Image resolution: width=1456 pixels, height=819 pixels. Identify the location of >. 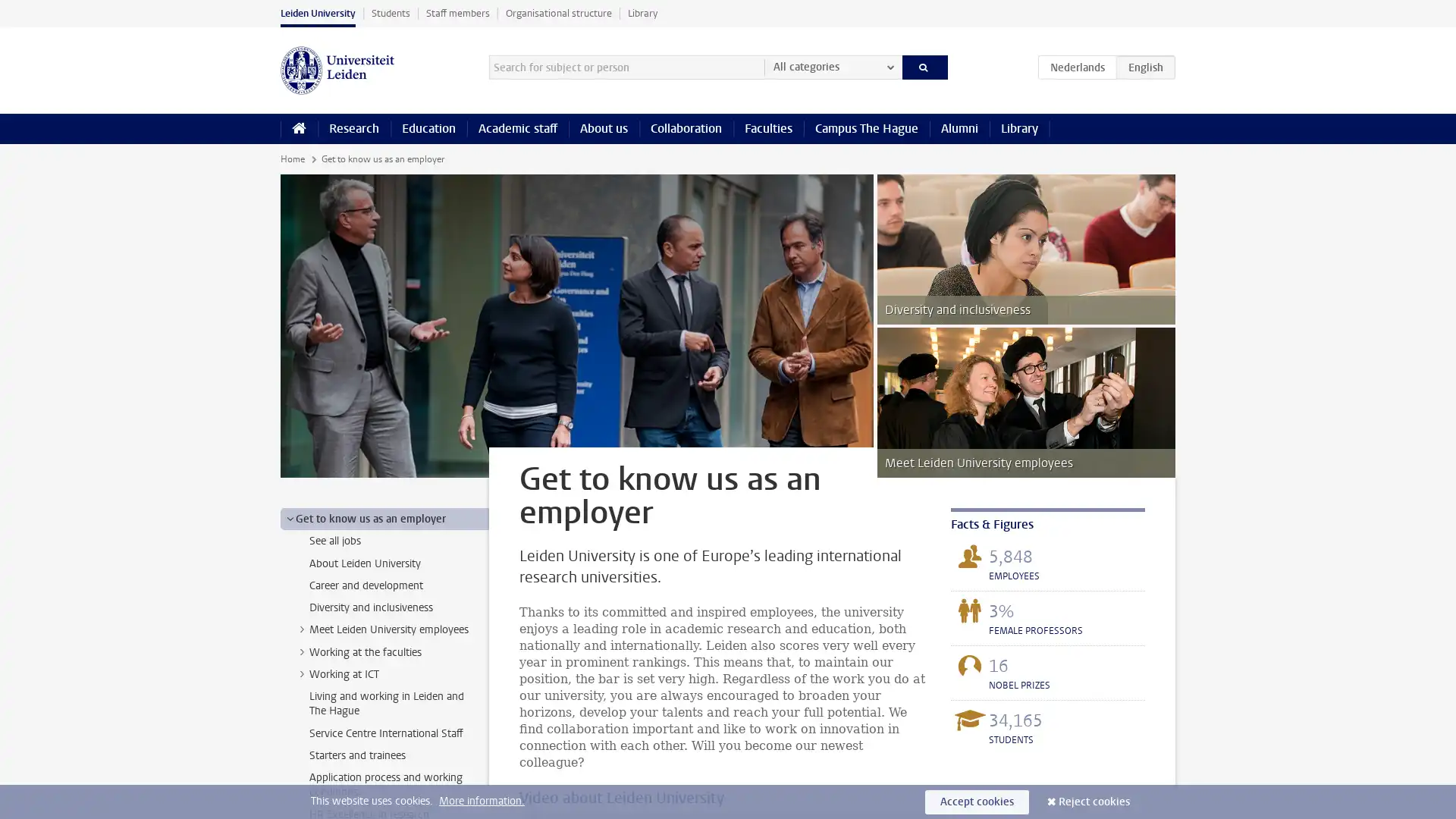
(290, 517).